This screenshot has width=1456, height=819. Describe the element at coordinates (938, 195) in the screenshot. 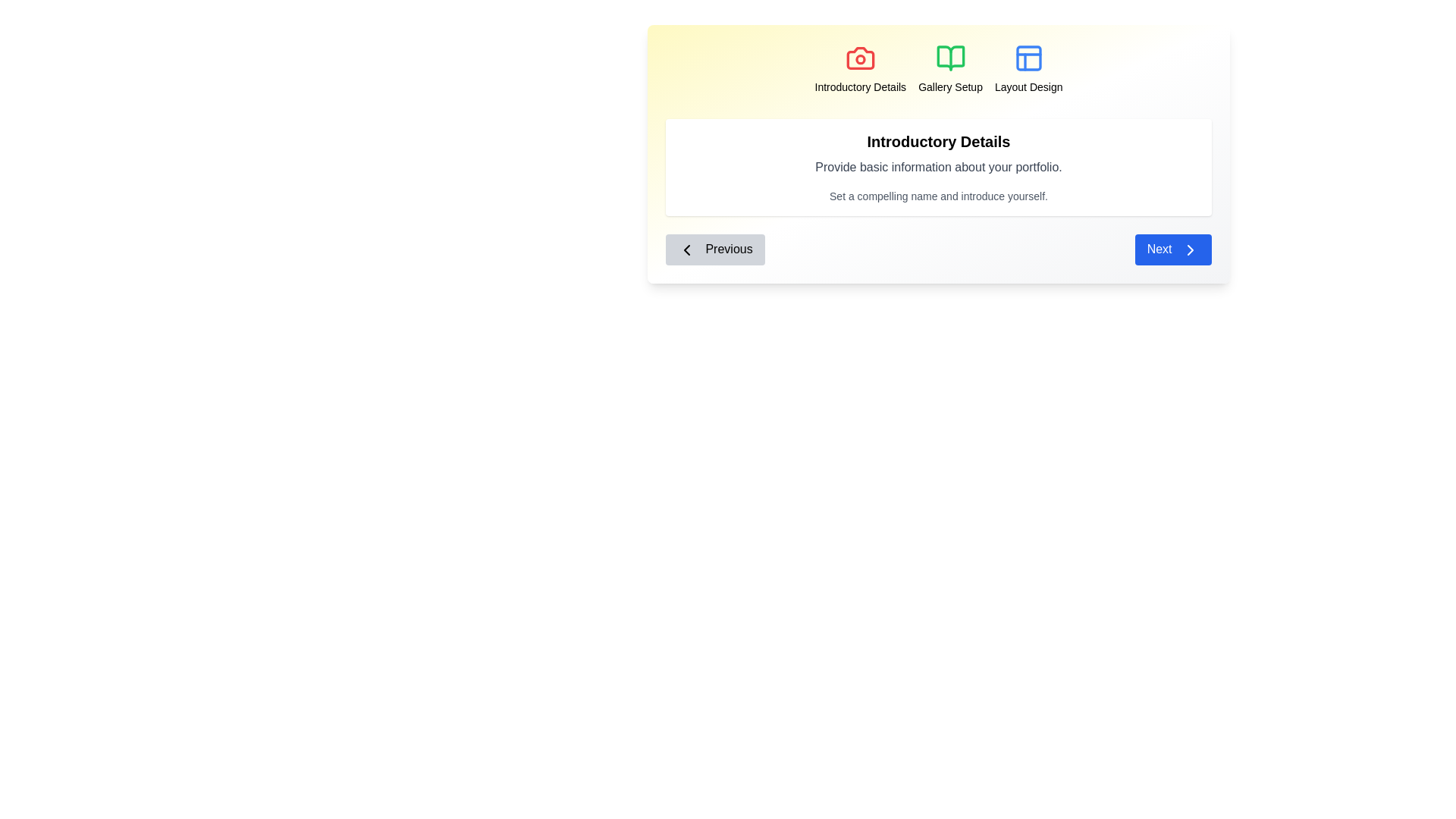

I see `the static text element that provides instructional guidance for setting a name and introducing oneself, located below the title 'Introductory Details' and the subtitle 'Provide basic information about your portfolio.'` at that location.